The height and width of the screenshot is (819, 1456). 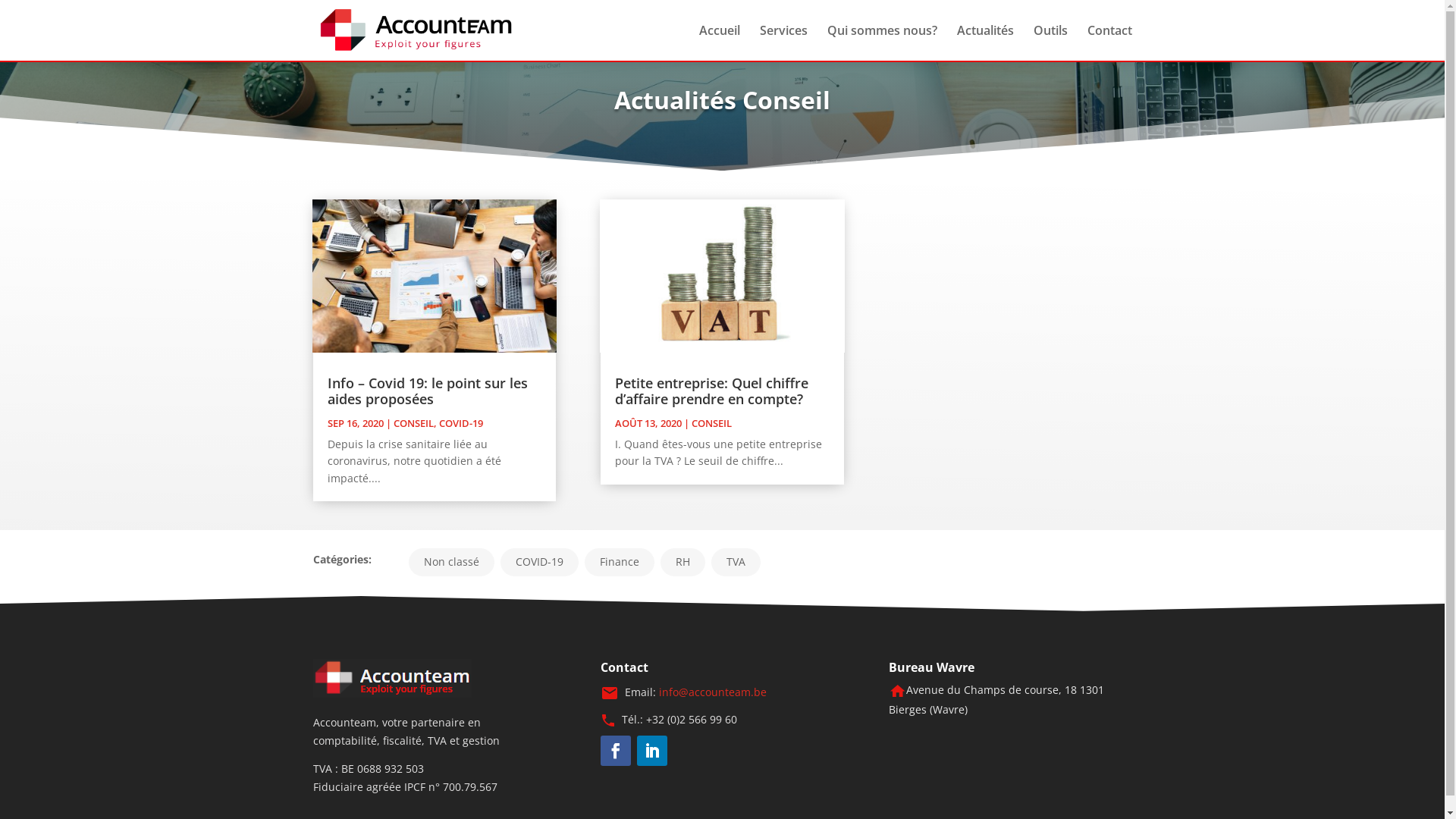 I want to click on 'CONSEIL', so click(x=691, y=423).